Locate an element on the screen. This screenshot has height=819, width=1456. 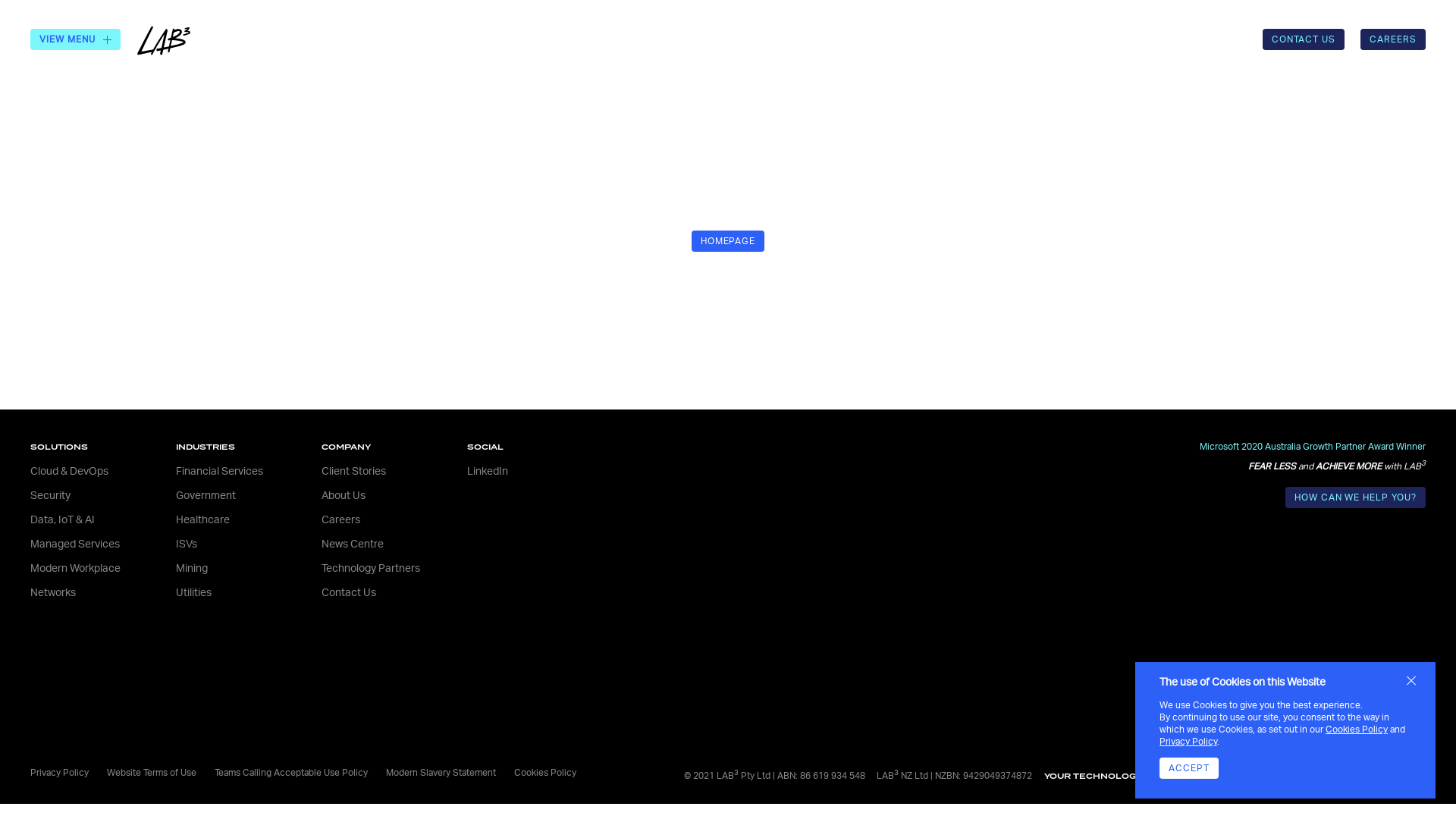
'Cloud & DevOps' is located at coordinates (68, 470).